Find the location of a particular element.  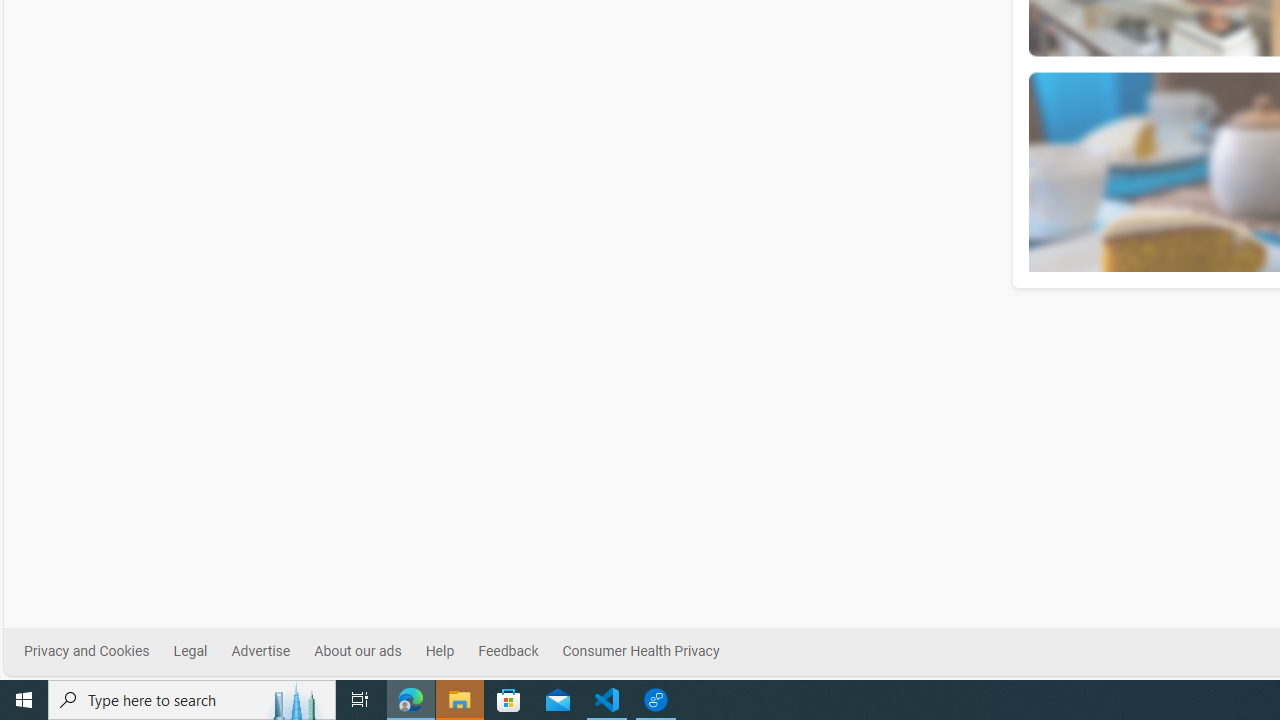

'About our ads' is located at coordinates (357, 651).